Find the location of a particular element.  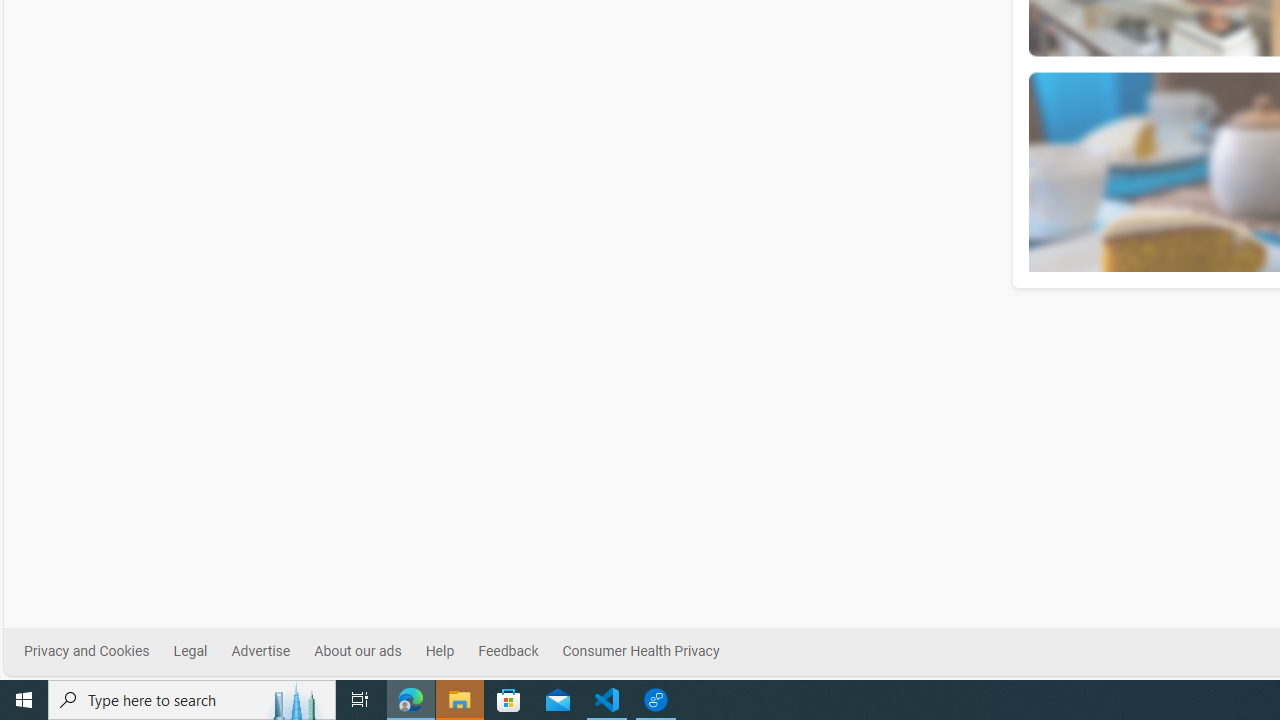

'About our ads' is located at coordinates (357, 651).